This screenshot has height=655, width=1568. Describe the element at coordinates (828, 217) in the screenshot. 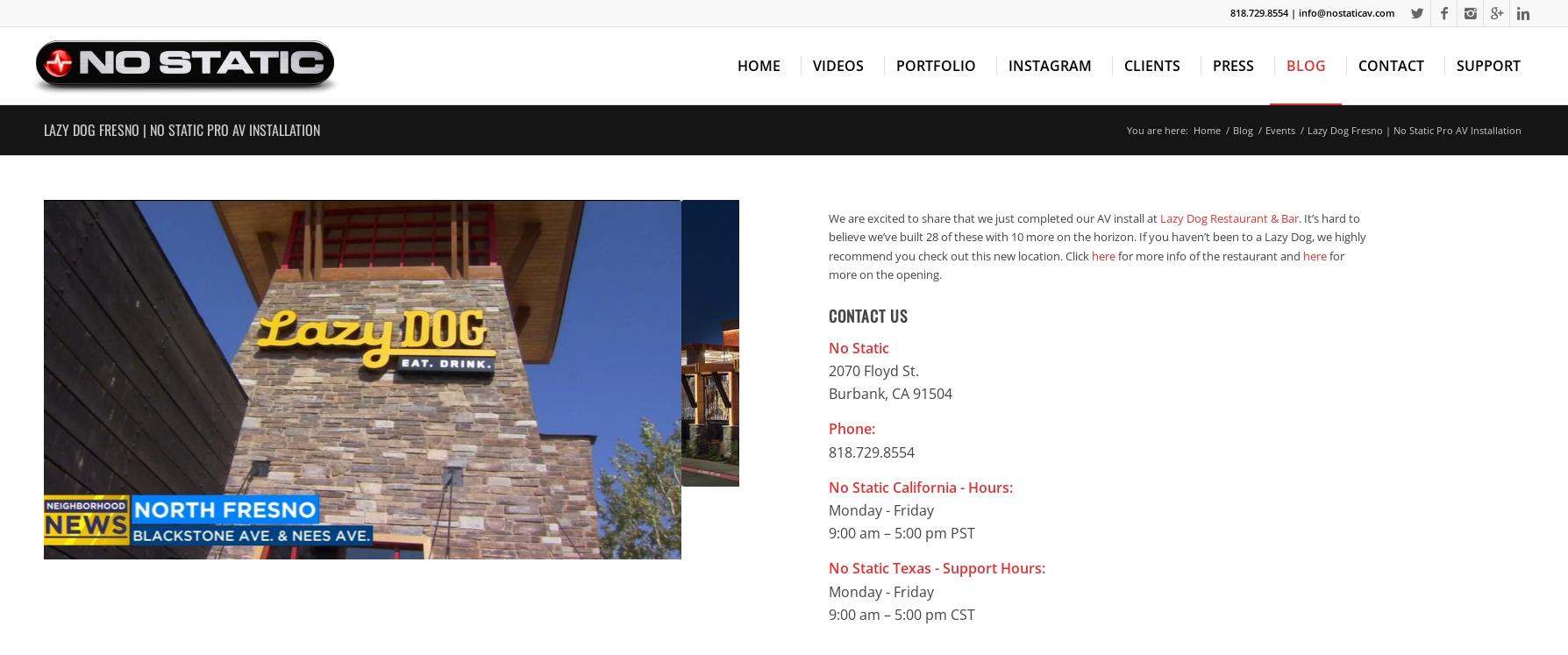

I see `'We are excited to share that we just completed our AV install at'` at that location.